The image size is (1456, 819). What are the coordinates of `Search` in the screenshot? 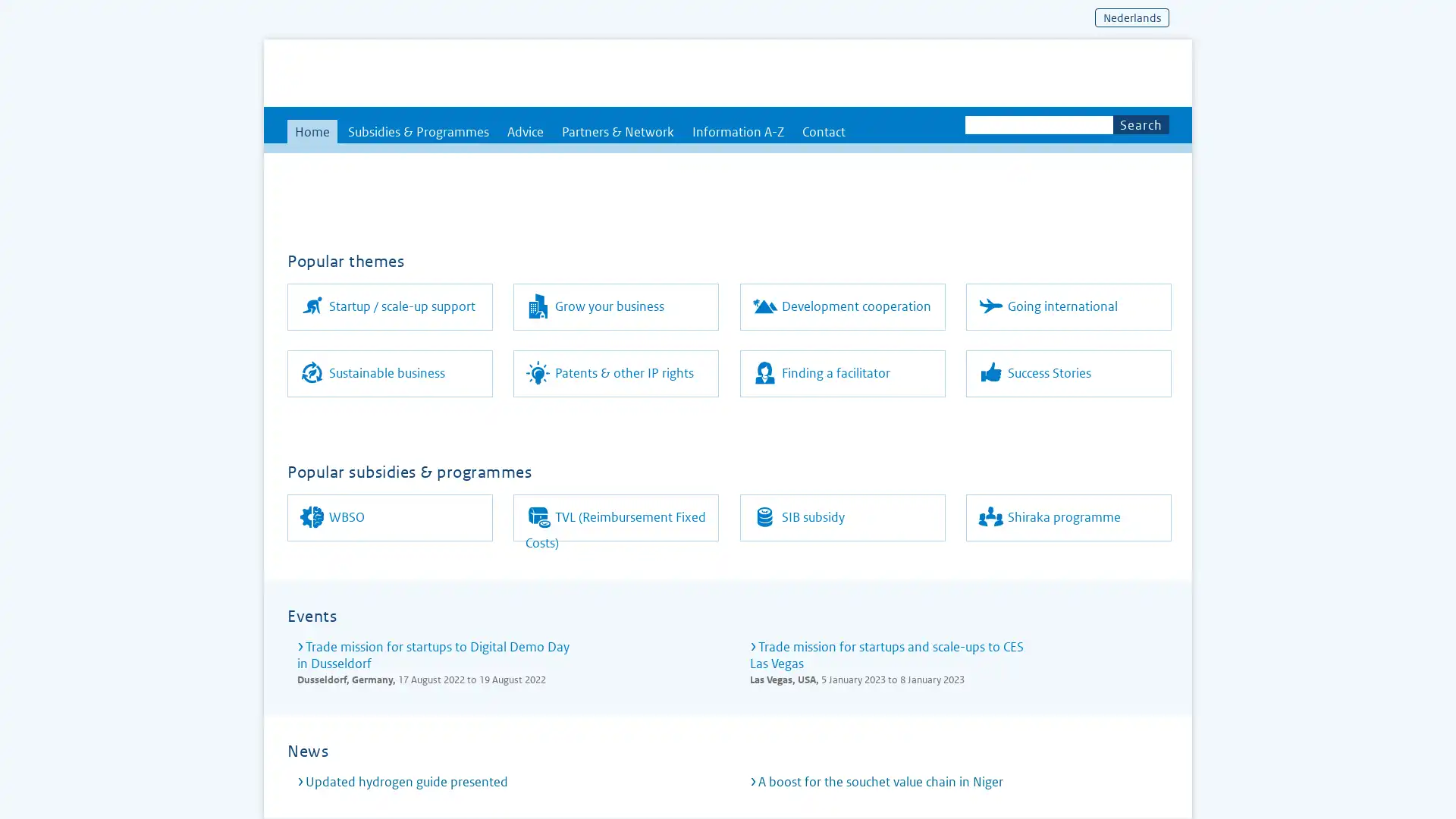 It's located at (1141, 124).